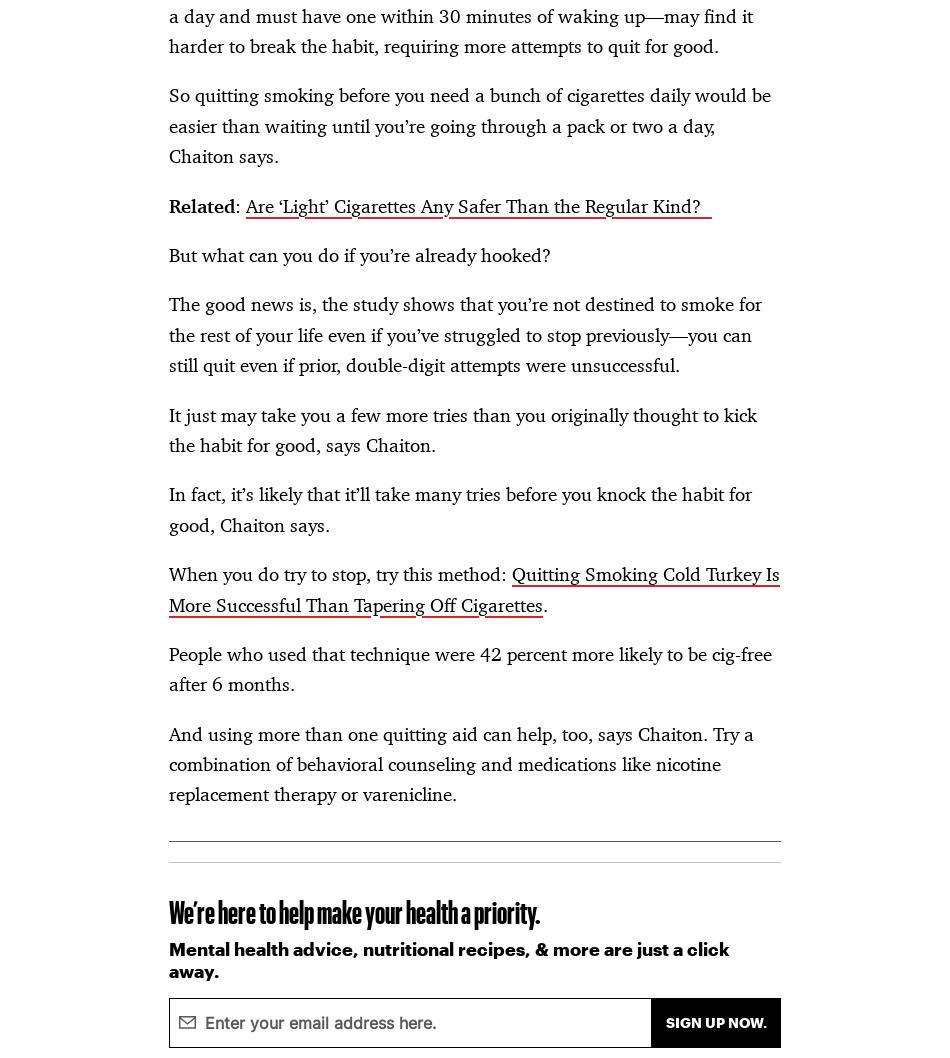  Describe the element at coordinates (72, 63) in the screenshot. I see `'Advertise'` at that location.